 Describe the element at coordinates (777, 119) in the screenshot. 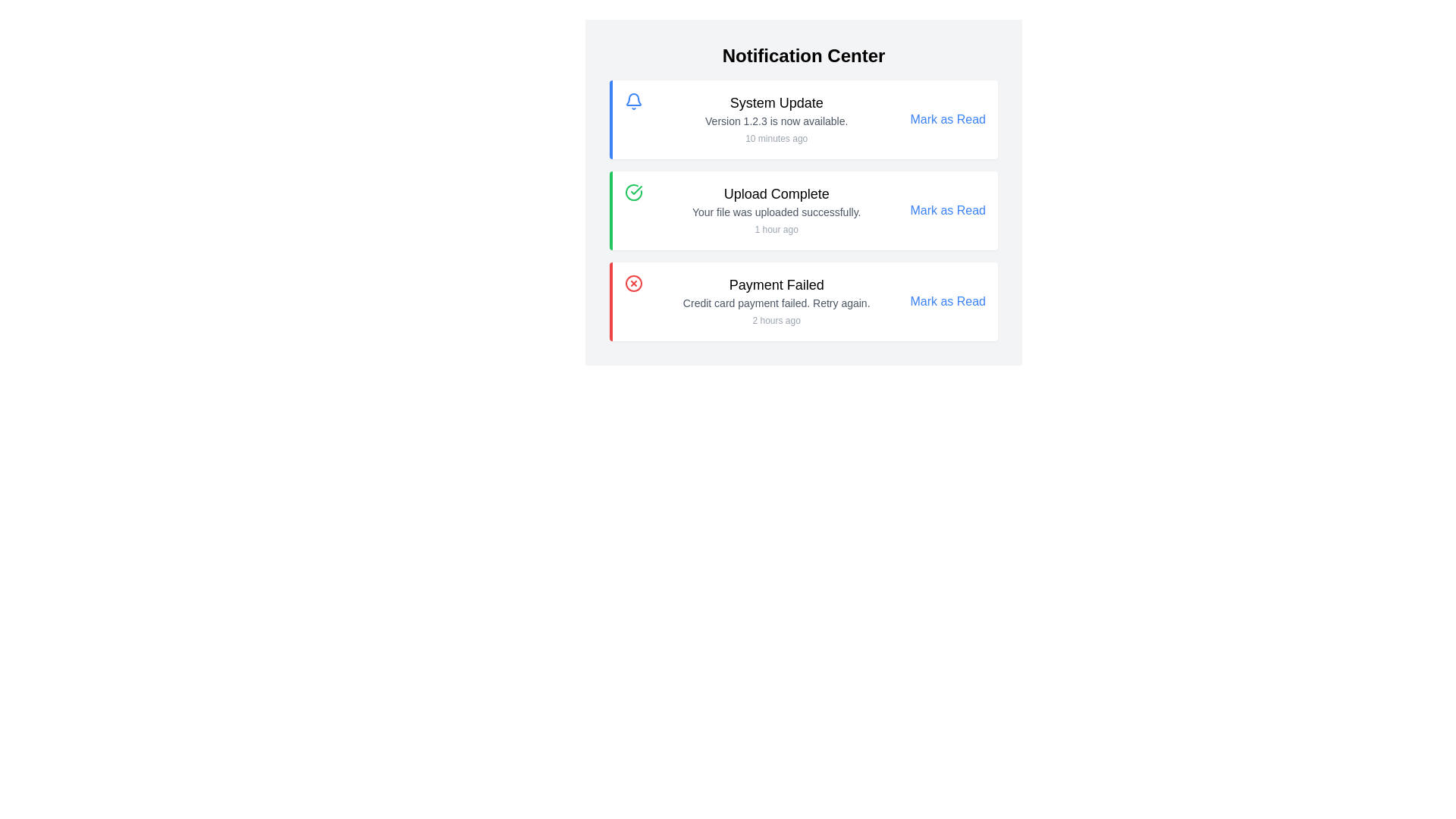

I see `text block containing 'System Update', 'Version 1.2.3 is now available.', and '10 minutes ago' to obtain information` at that location.